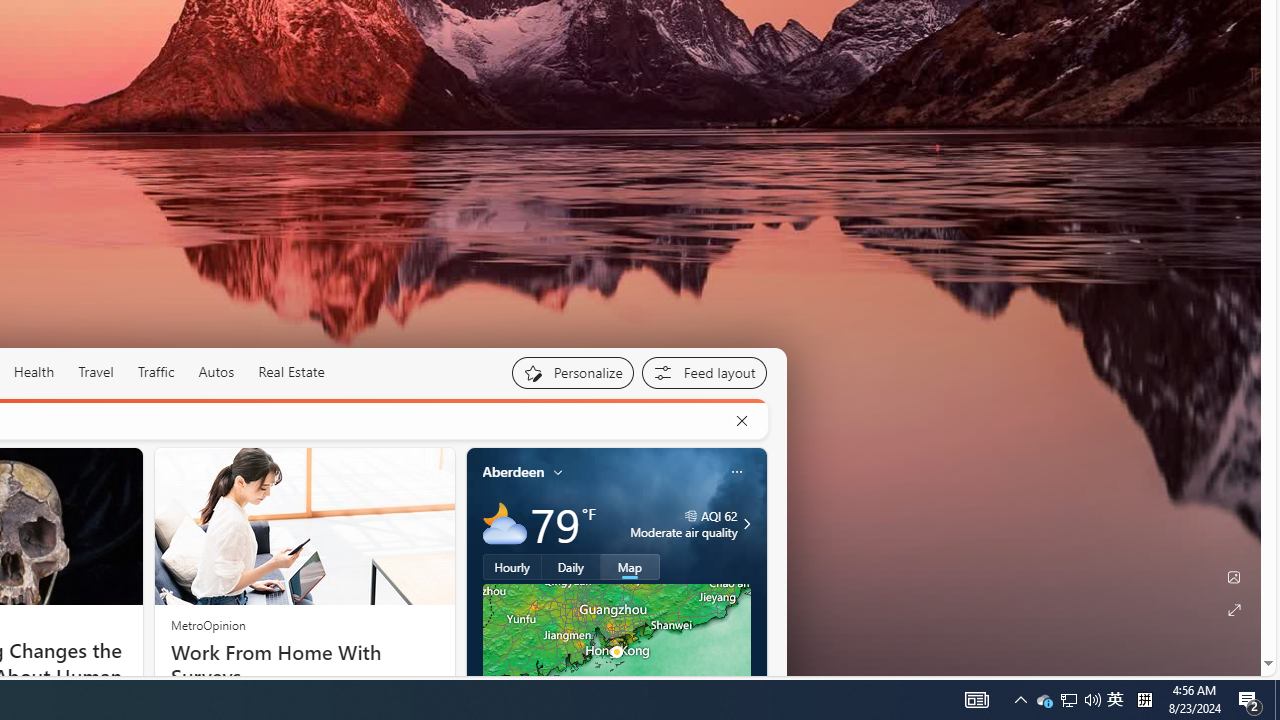  Describe the element at coordinates (216, 371) in the screenshot. I see `'Autos'` at that location.